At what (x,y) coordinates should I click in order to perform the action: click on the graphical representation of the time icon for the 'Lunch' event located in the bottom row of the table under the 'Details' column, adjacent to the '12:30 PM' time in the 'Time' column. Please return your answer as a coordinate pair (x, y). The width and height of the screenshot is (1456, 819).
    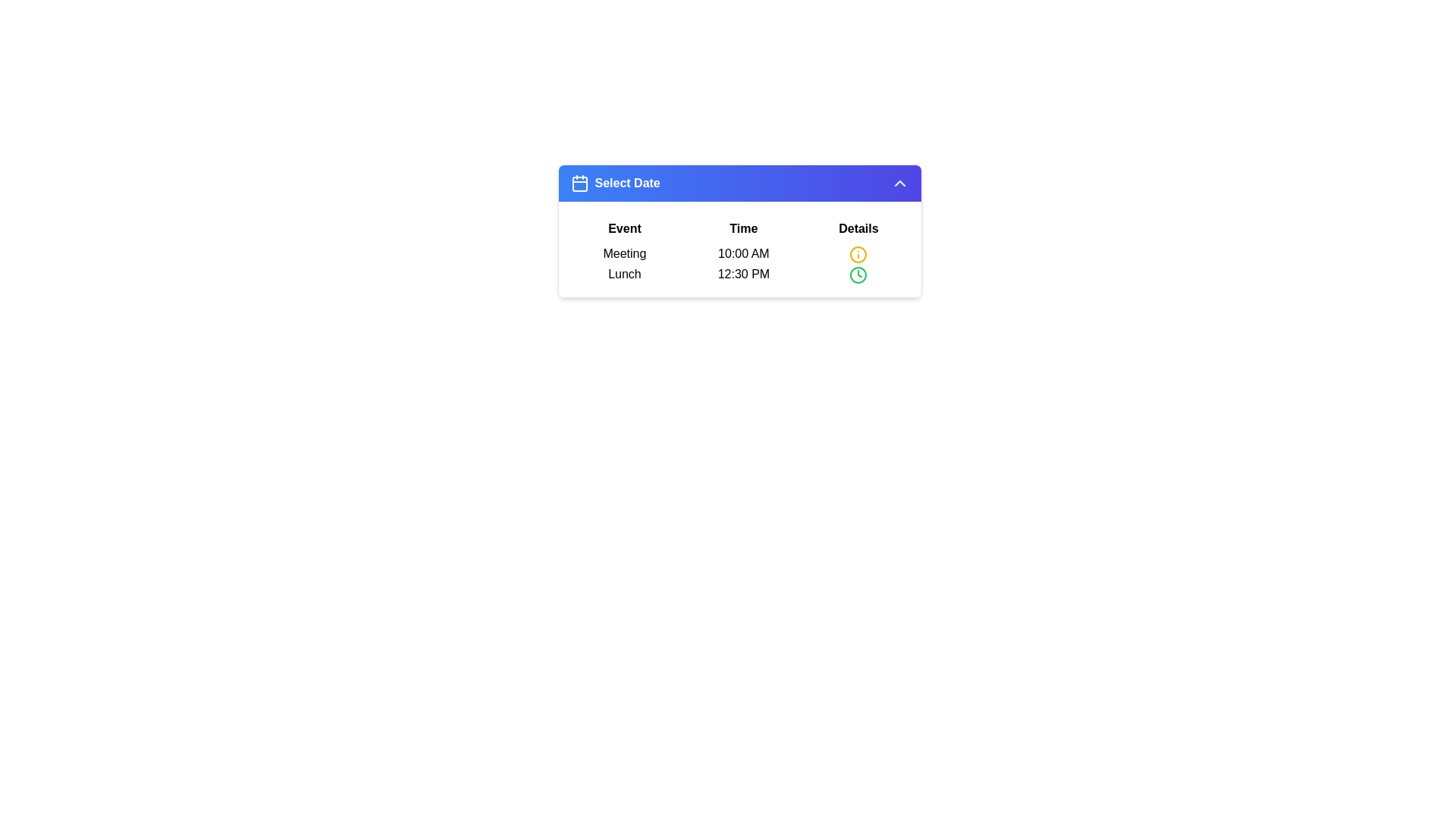
    Looking at the image, I should click on (858, 275).